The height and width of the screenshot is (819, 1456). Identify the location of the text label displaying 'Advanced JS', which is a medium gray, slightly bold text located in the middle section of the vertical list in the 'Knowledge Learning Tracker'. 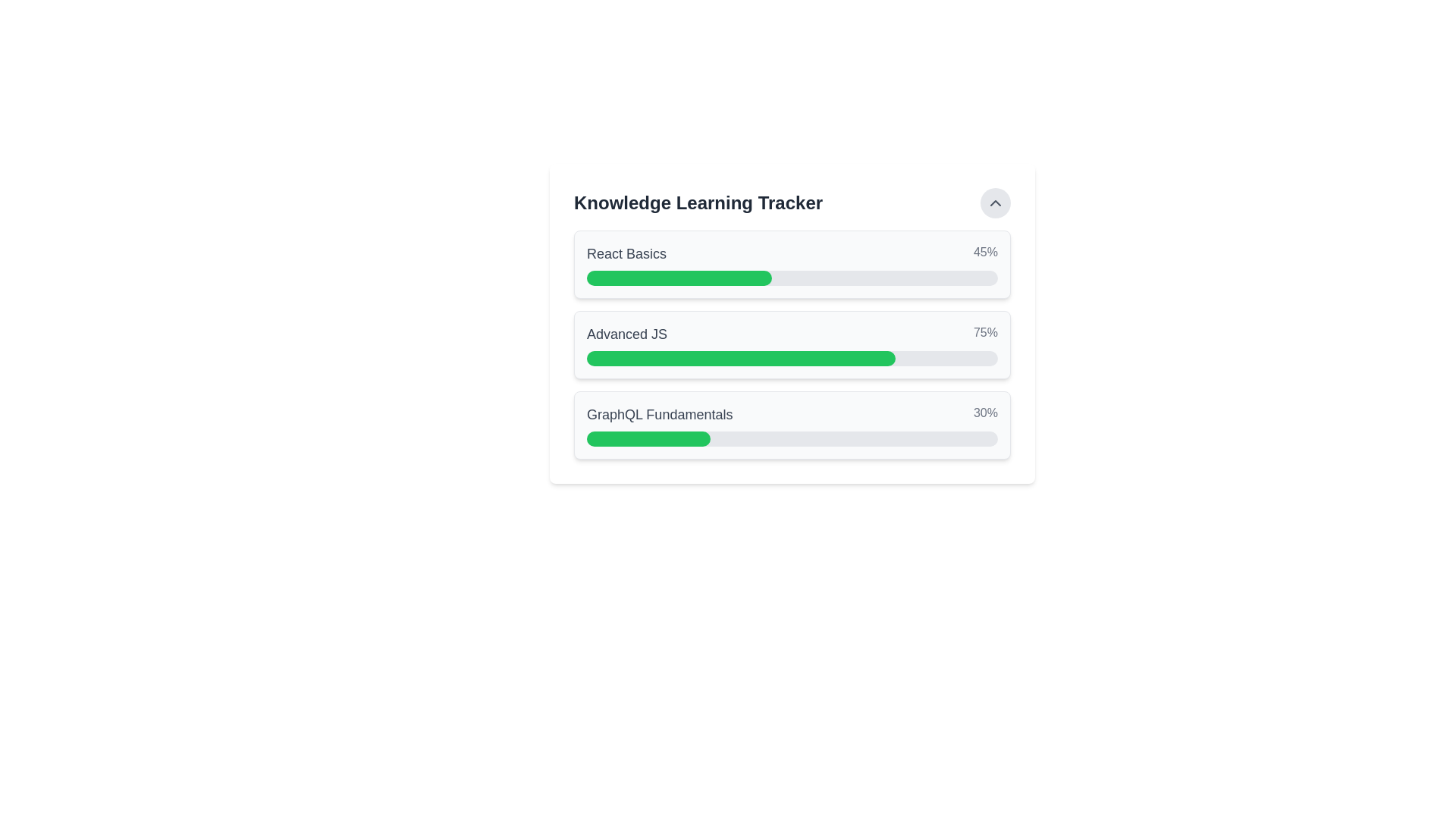
(626, 333).